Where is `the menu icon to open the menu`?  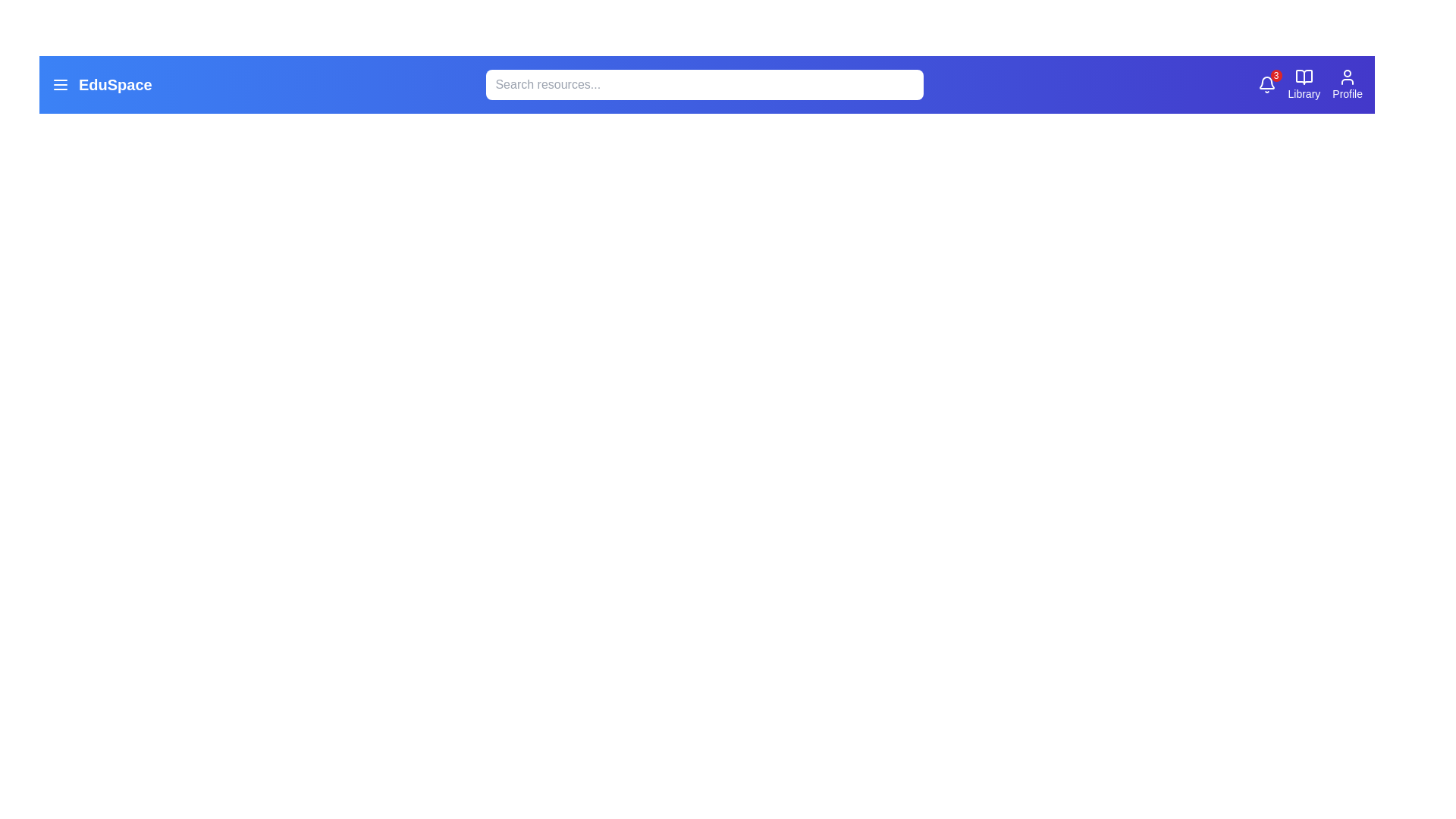
the menu icon to open the menu is located at coordinates (61, 84).